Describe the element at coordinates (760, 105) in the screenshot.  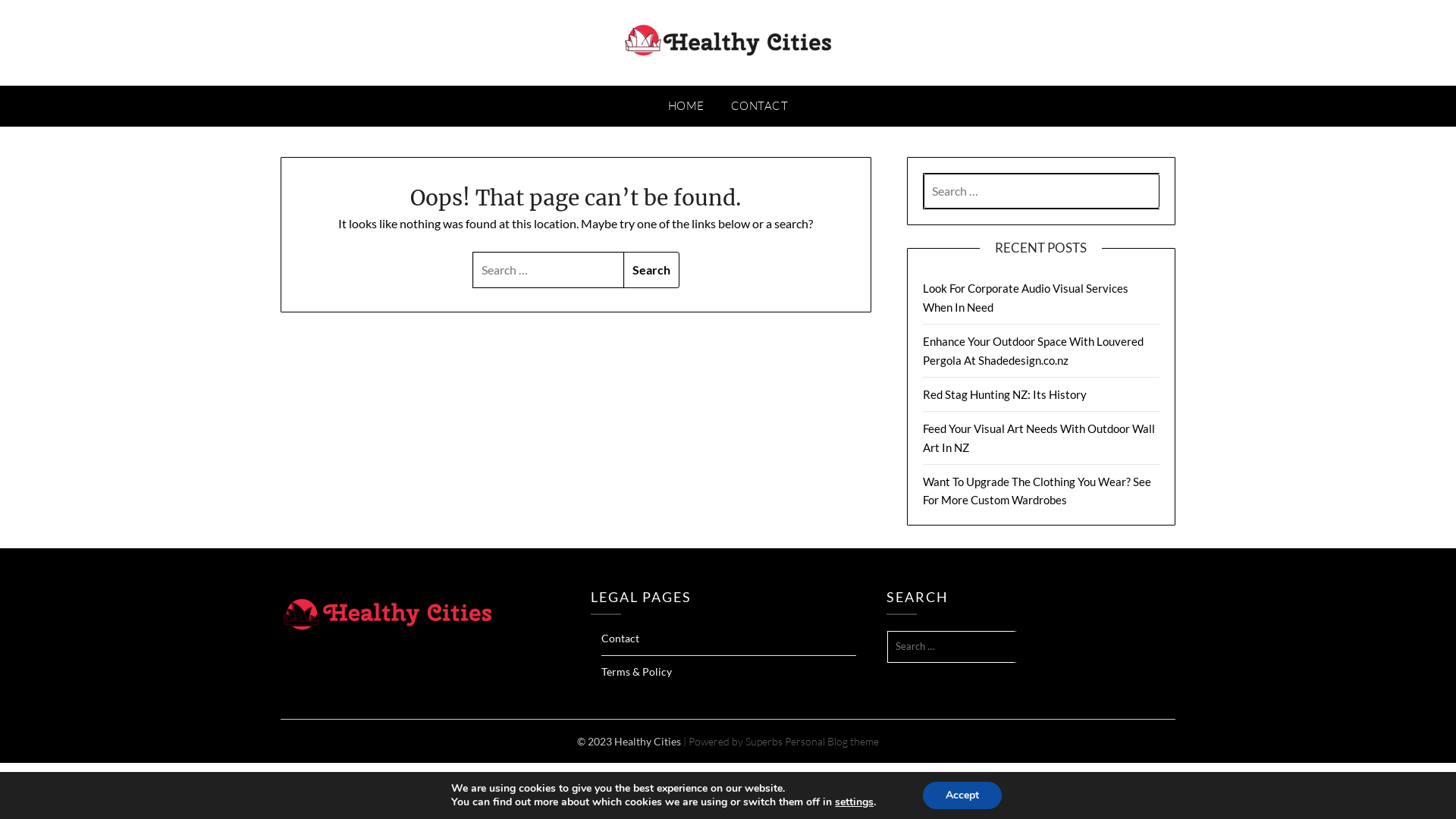
I see `'CONTACT'` at that location.